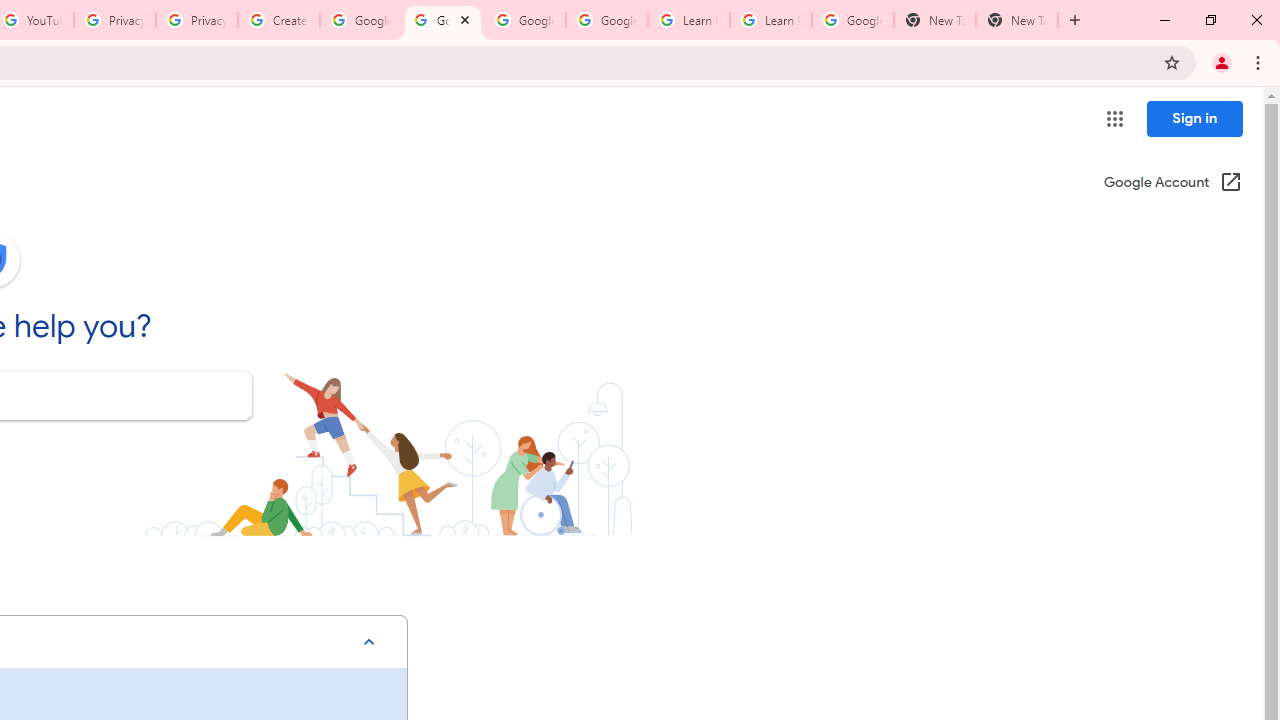 The image size is (1280, 720). I want to click on 'Google Account Help', so click(524, 20).